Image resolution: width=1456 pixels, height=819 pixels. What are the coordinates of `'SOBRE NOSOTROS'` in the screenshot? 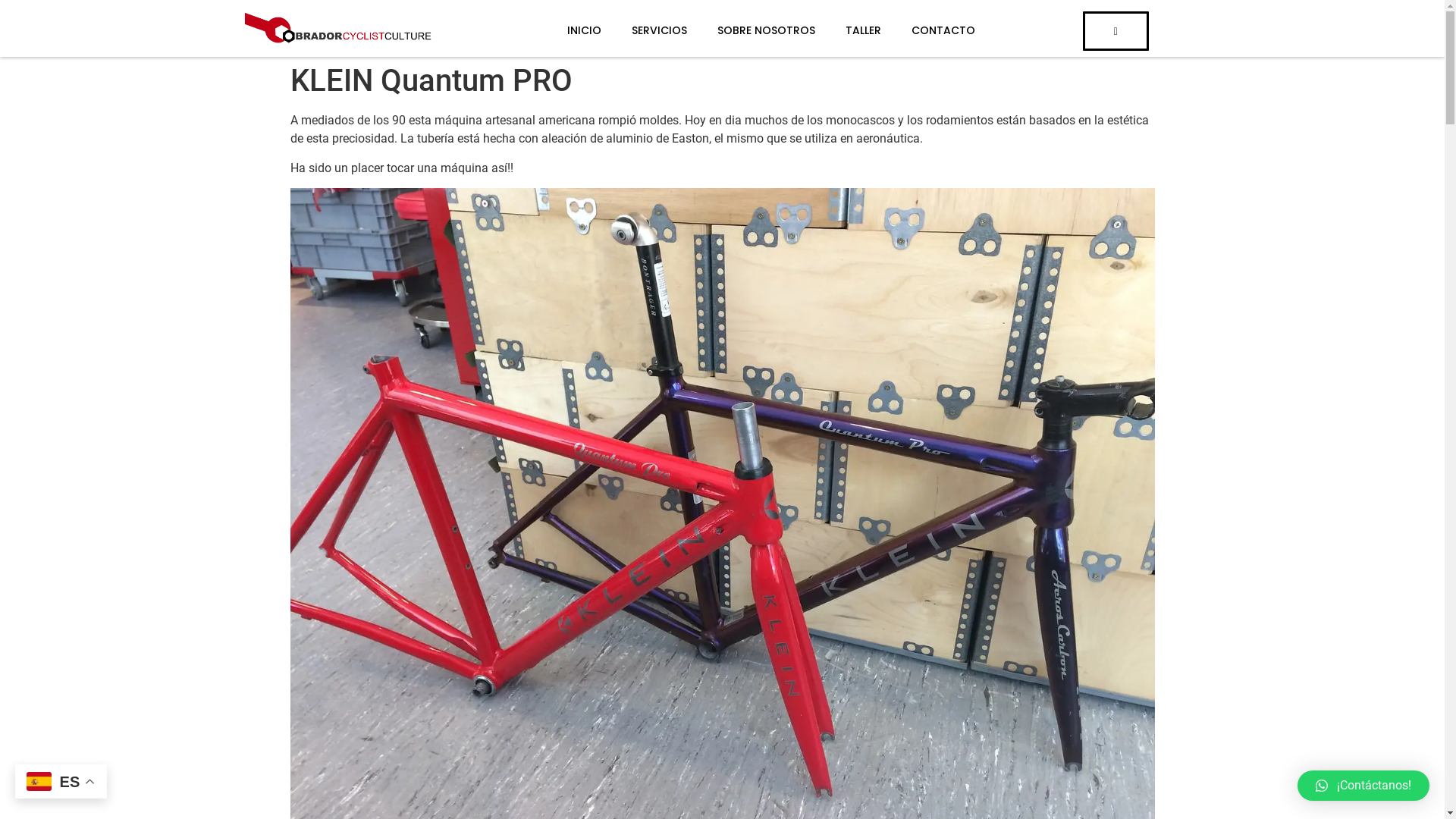 It's located at (751, 30).